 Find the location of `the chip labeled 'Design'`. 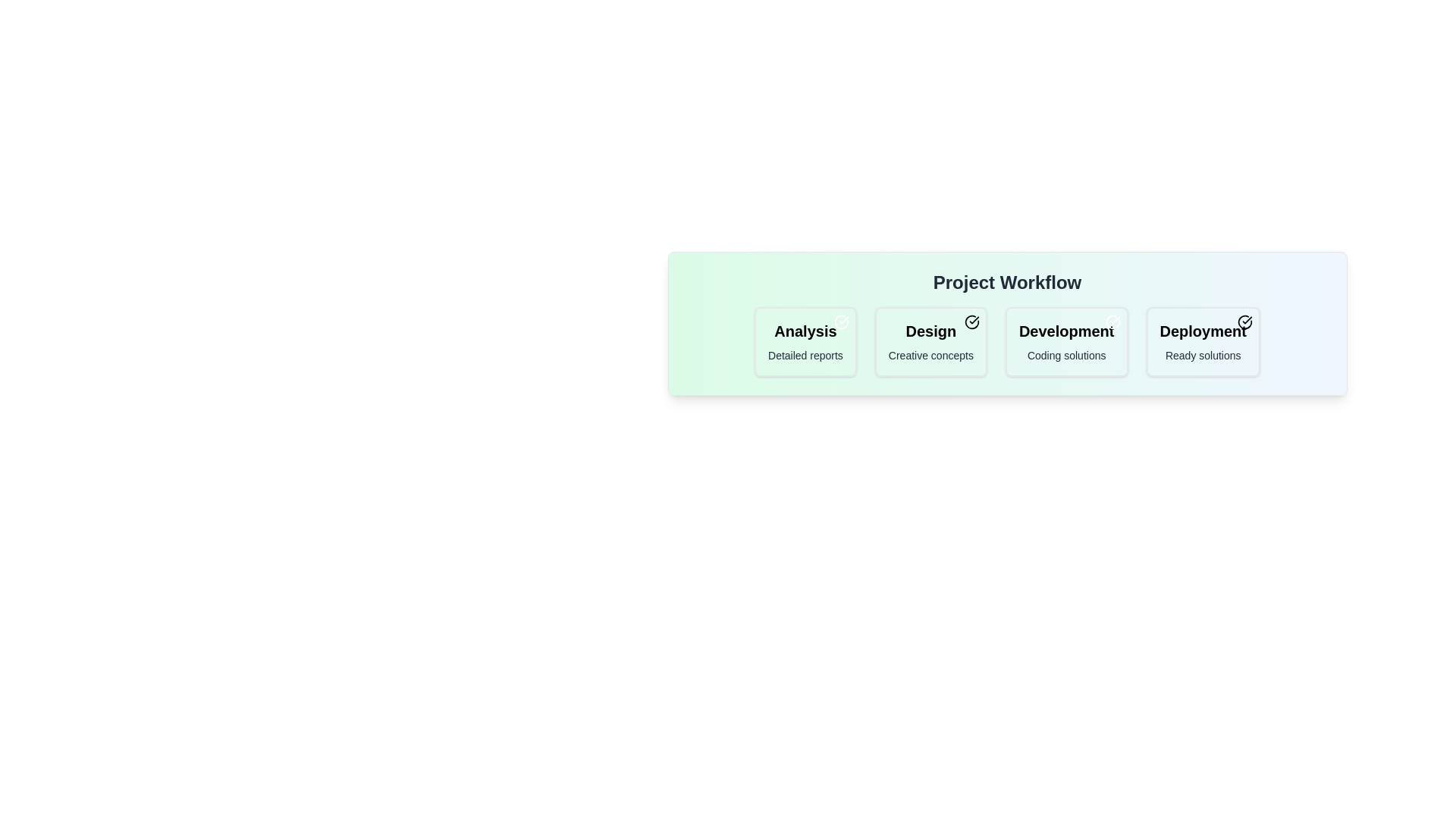

the chip labeled 'Design' is located at coordinates (930, 342).